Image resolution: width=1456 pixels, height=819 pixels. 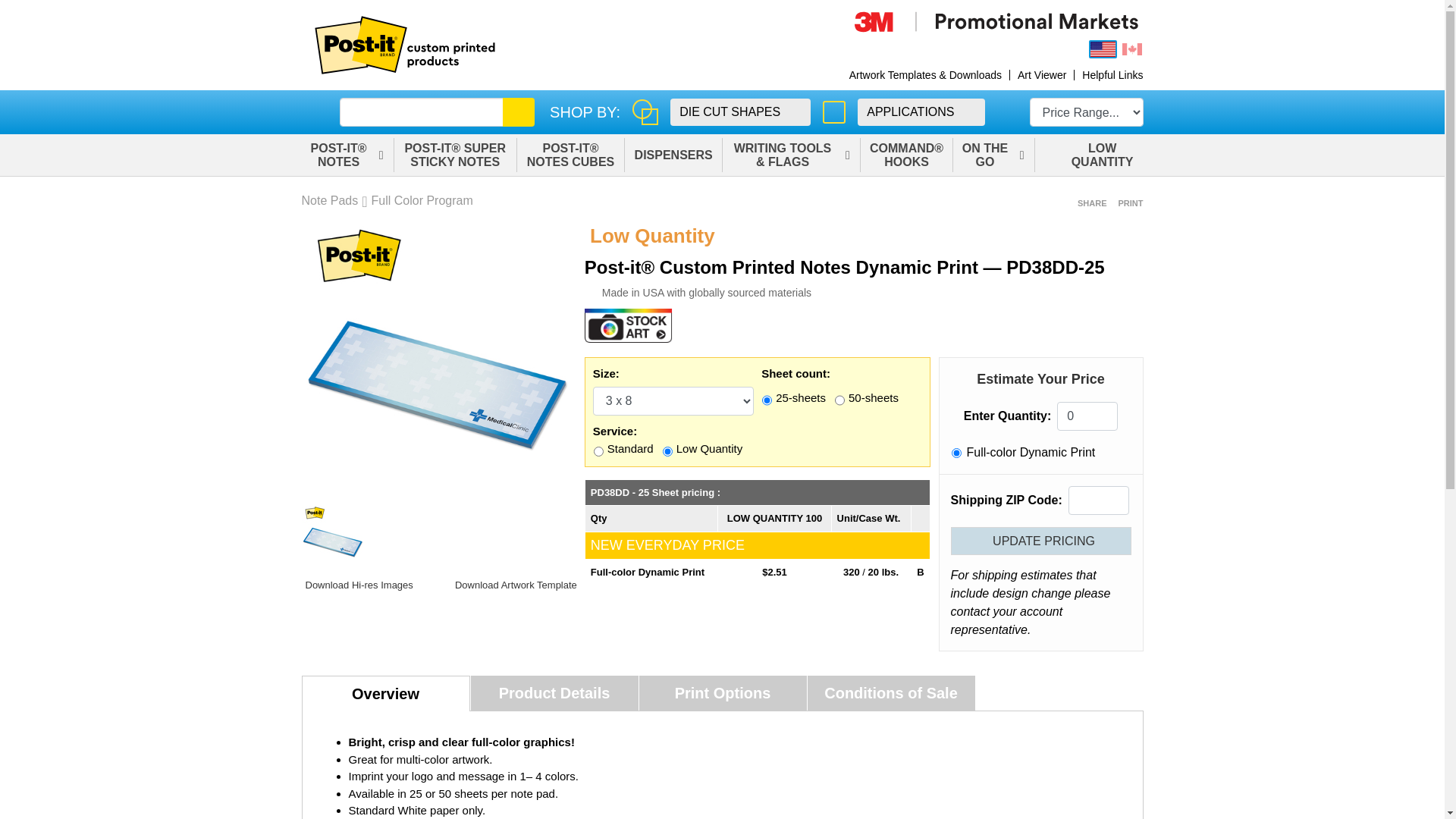 What do you see at coordinates (890, 693) in the screenshot?
I see `'Conditions of Sale'` at bounding box center [890, 693].